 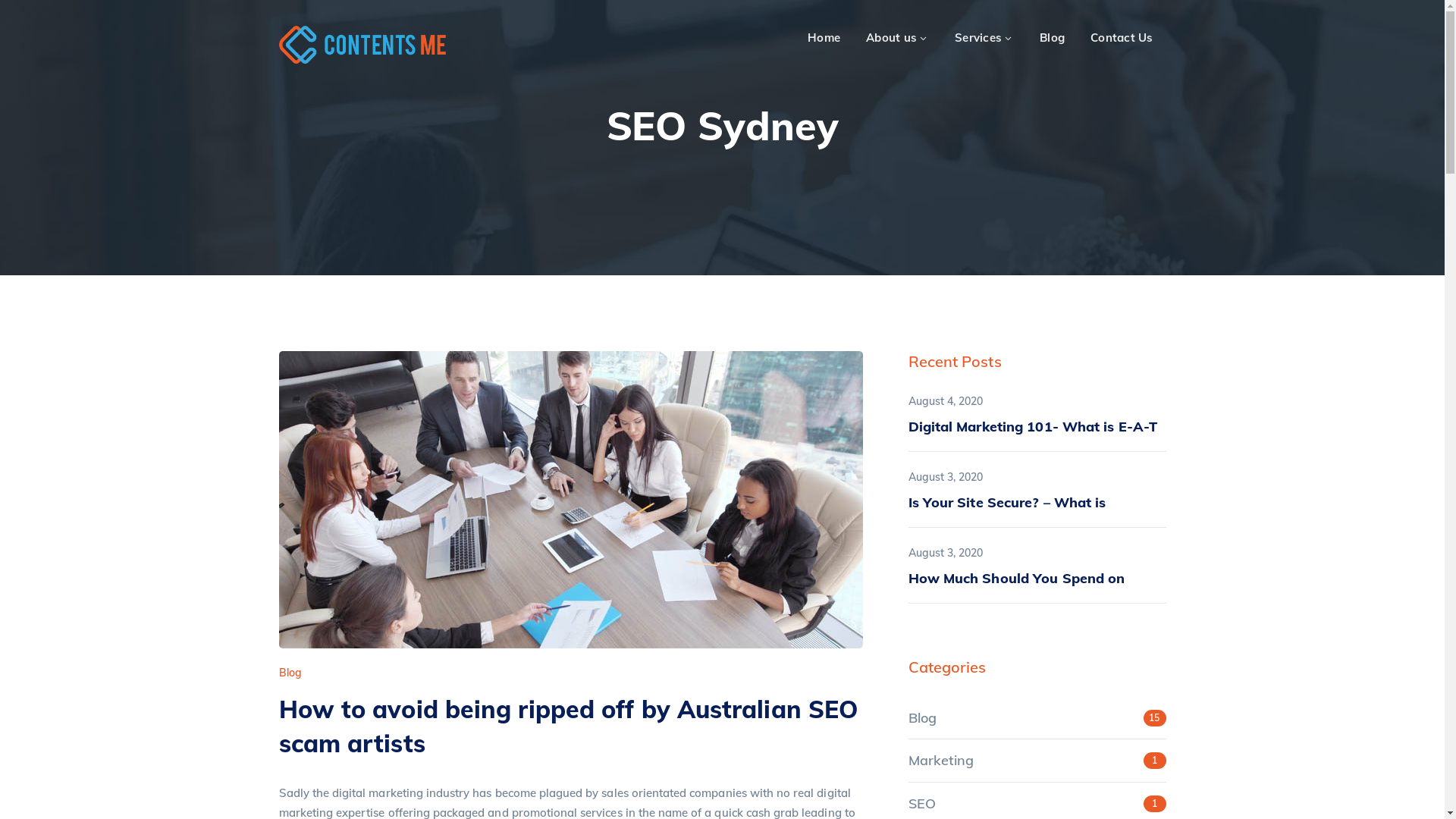 What do you see at coordinates (823, 37) in the screenshot?
I see `'Home'` at bounding box center [823, 37].